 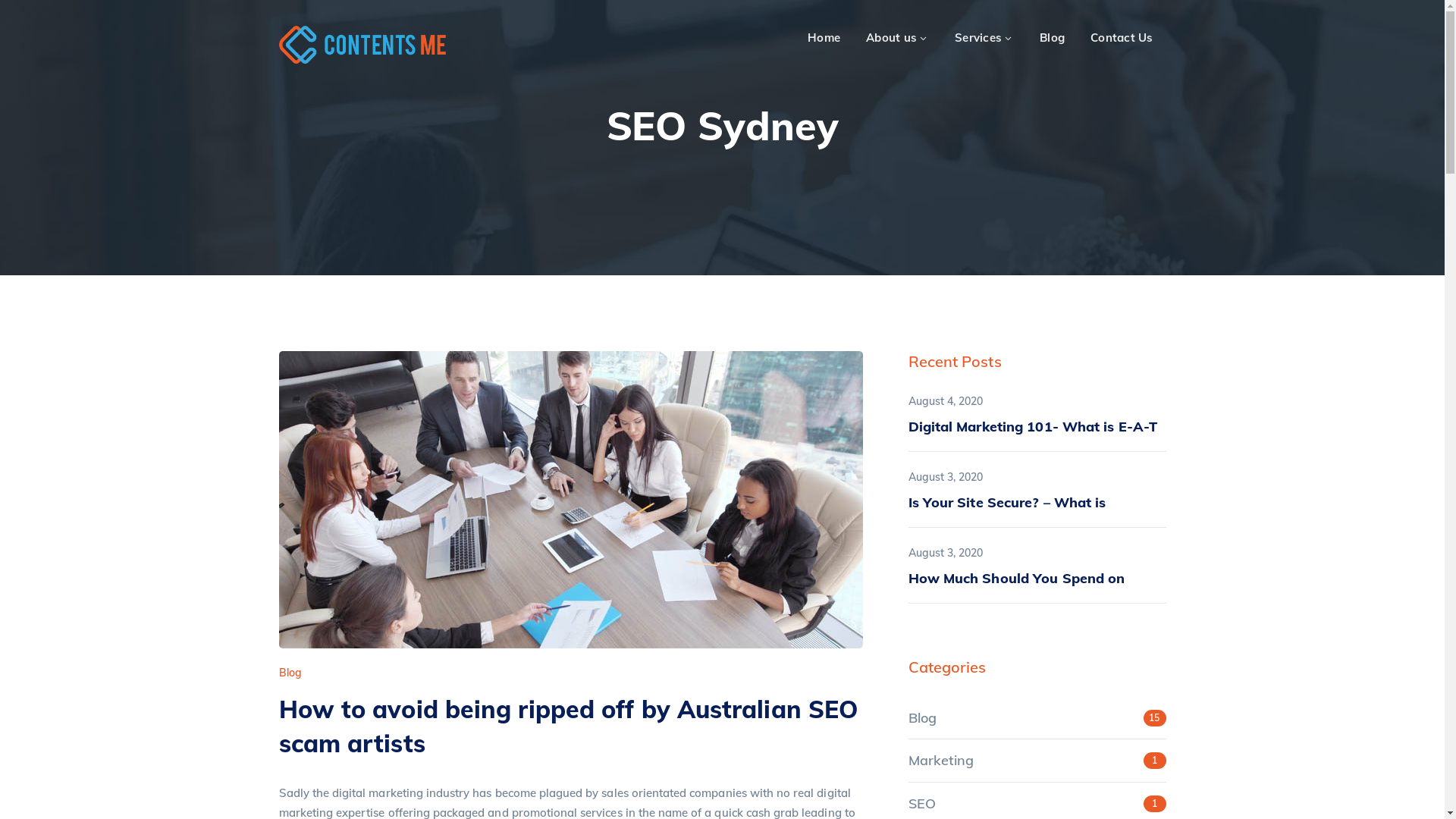 What do you see at coordinates (823, 37) in the screenshot?
I see `'Home'` at bounding box center [823, 37].